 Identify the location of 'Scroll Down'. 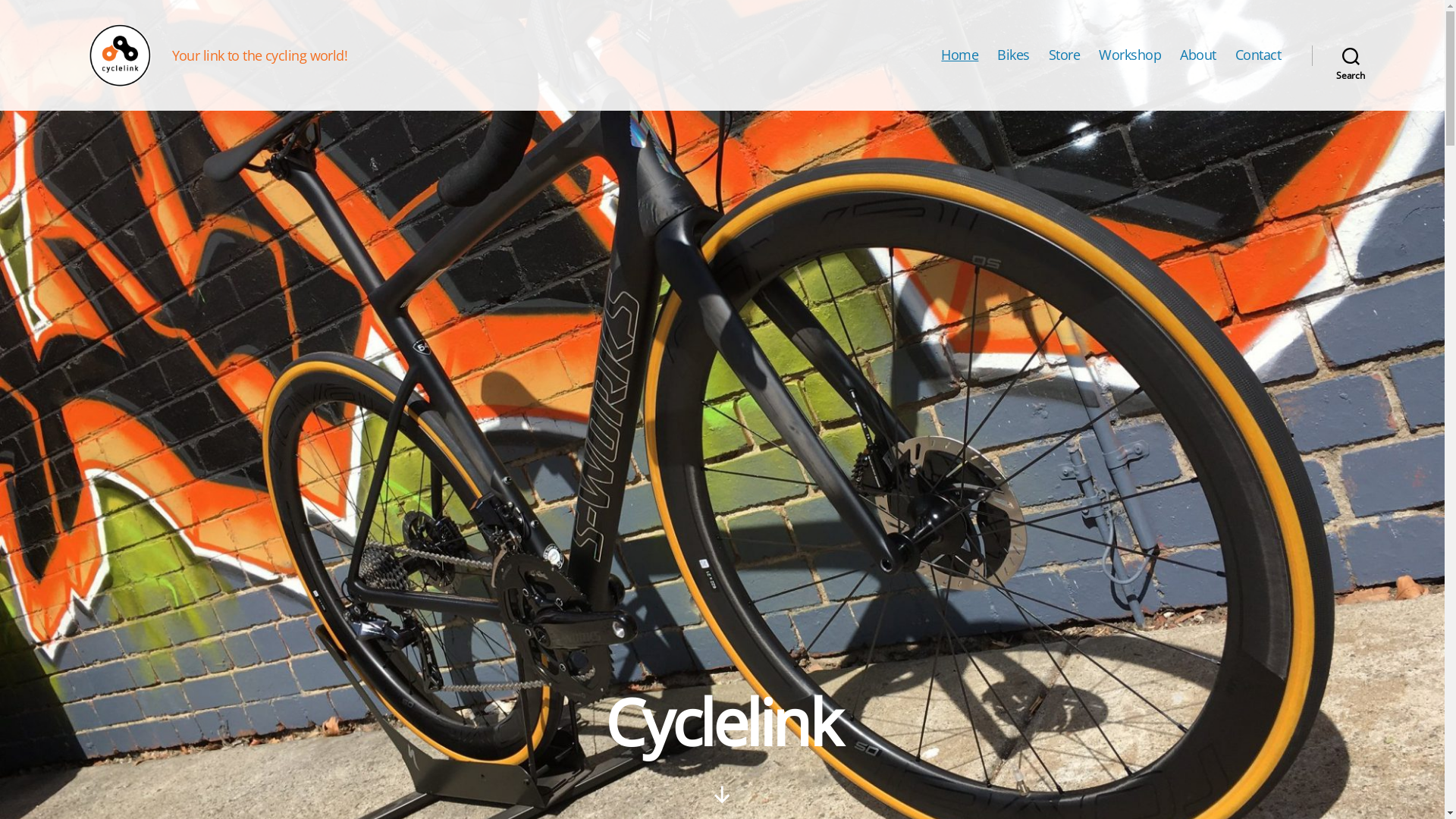
(721, 794).